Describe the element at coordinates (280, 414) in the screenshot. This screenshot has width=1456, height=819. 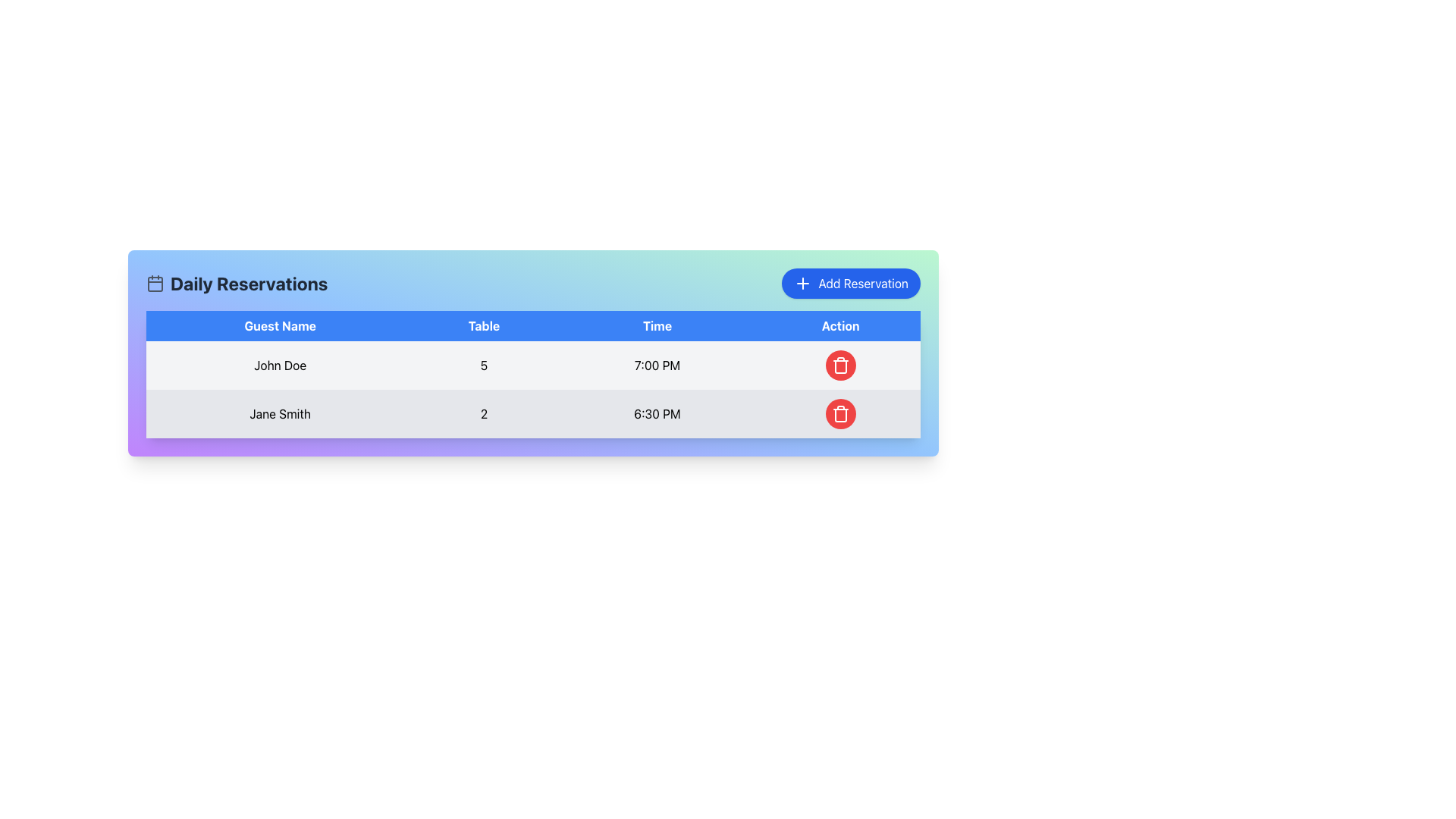
I see `the 'Guest Name' text label in the reservations list, which displays the name of a guest and is located in the second row of the table` at that location.